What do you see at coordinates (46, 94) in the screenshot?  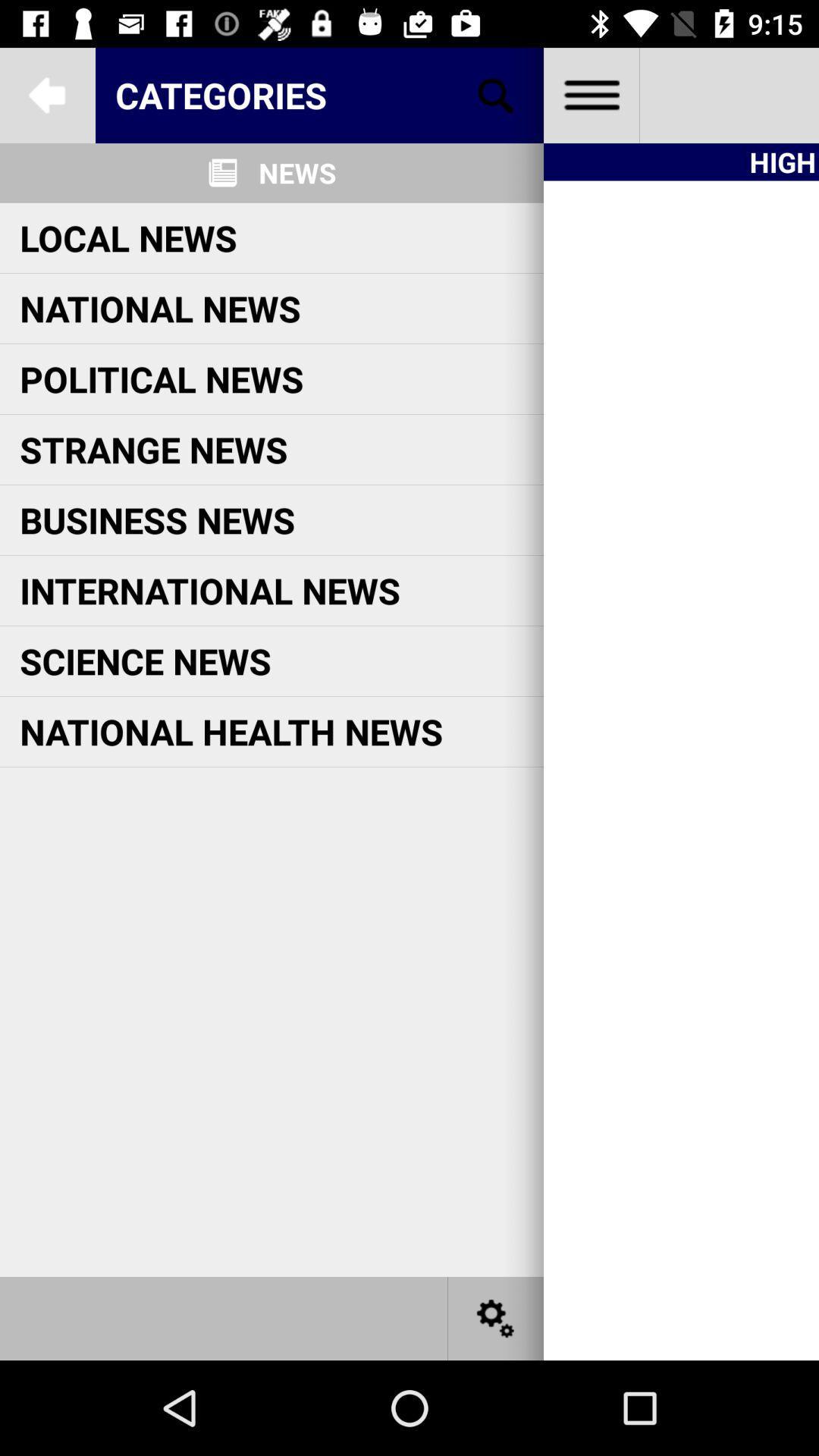 I see `goes back` at bounding box center [46, 94].